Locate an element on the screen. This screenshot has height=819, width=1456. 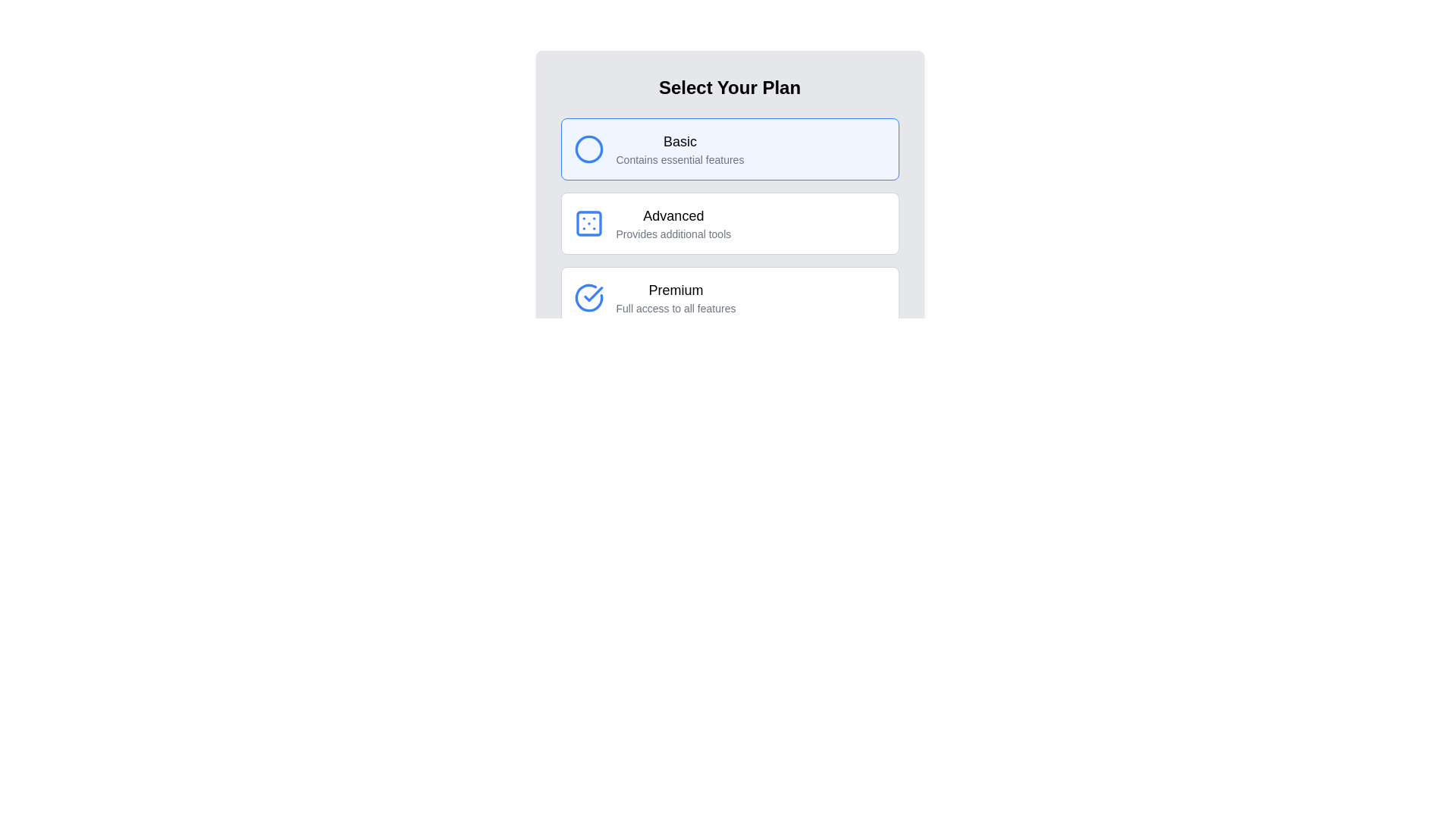
the Checkmark icon that signifies the selection of the 'Premium' plan, positioned adjacent to the 'Premium' plan option is located at coordinates (592, 294).